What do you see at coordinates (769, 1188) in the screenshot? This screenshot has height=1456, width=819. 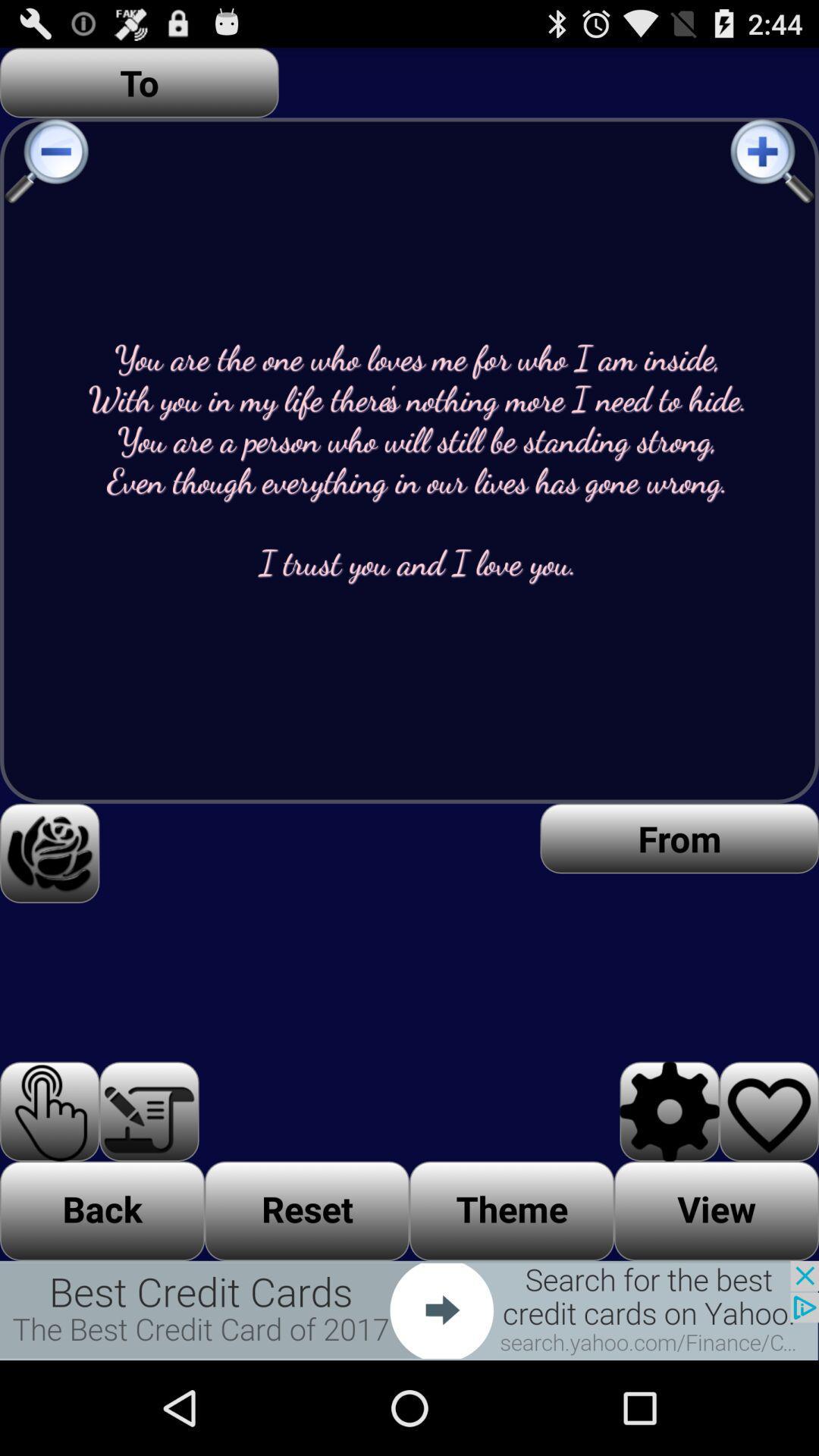 I see `the favorite icon` at bounding box center [769, 1188].